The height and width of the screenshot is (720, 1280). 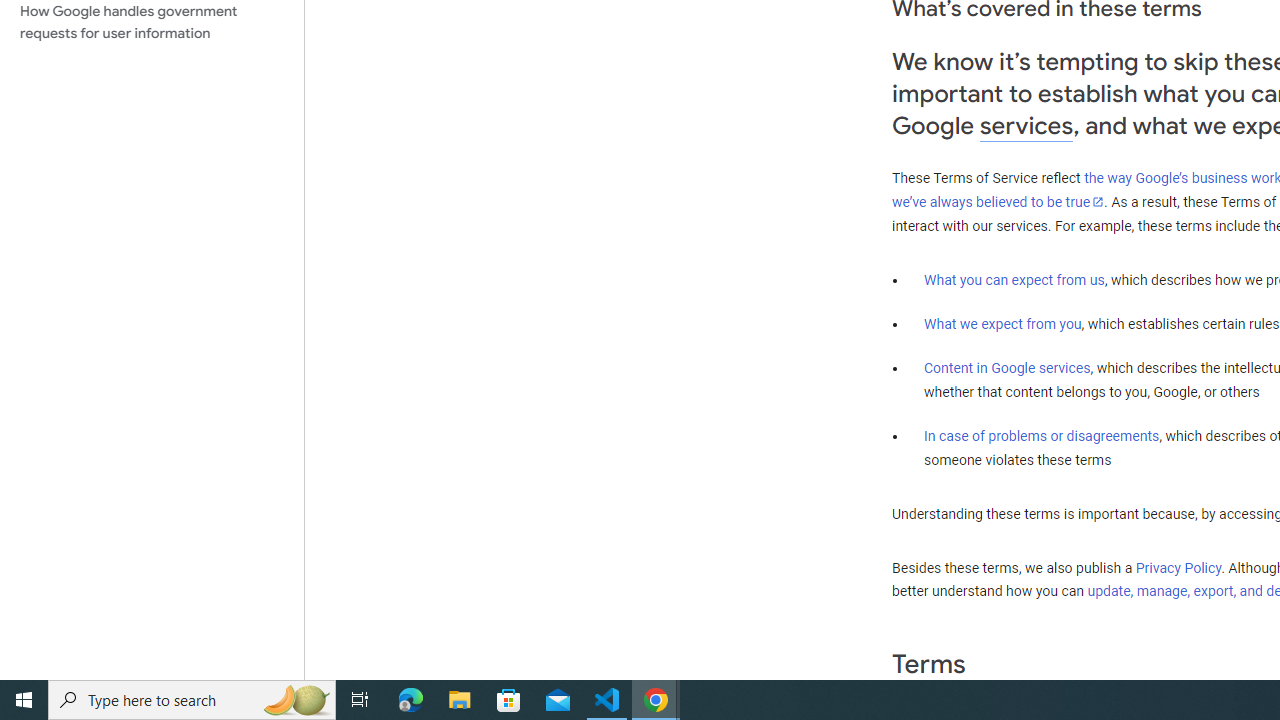 What do you see at coordinates (1014, 279) in the screenshot?
I see `'What you can expect from us'` at bounding box center [1014, 279].